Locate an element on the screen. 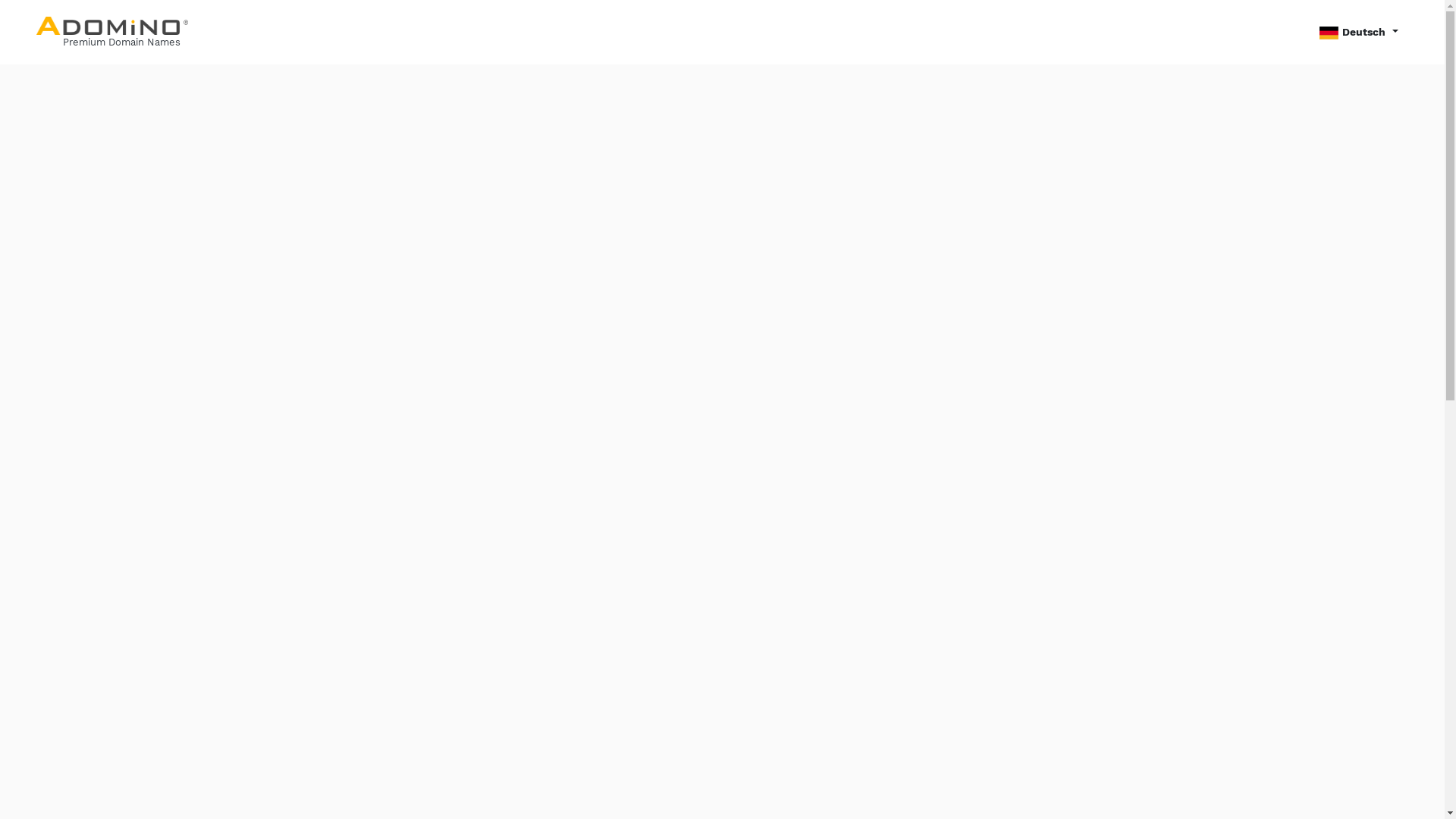 Image resolution: width=1456 pixels, height=819 pixels. 'Premium Domain Names' is located at coordinates (111, 32).